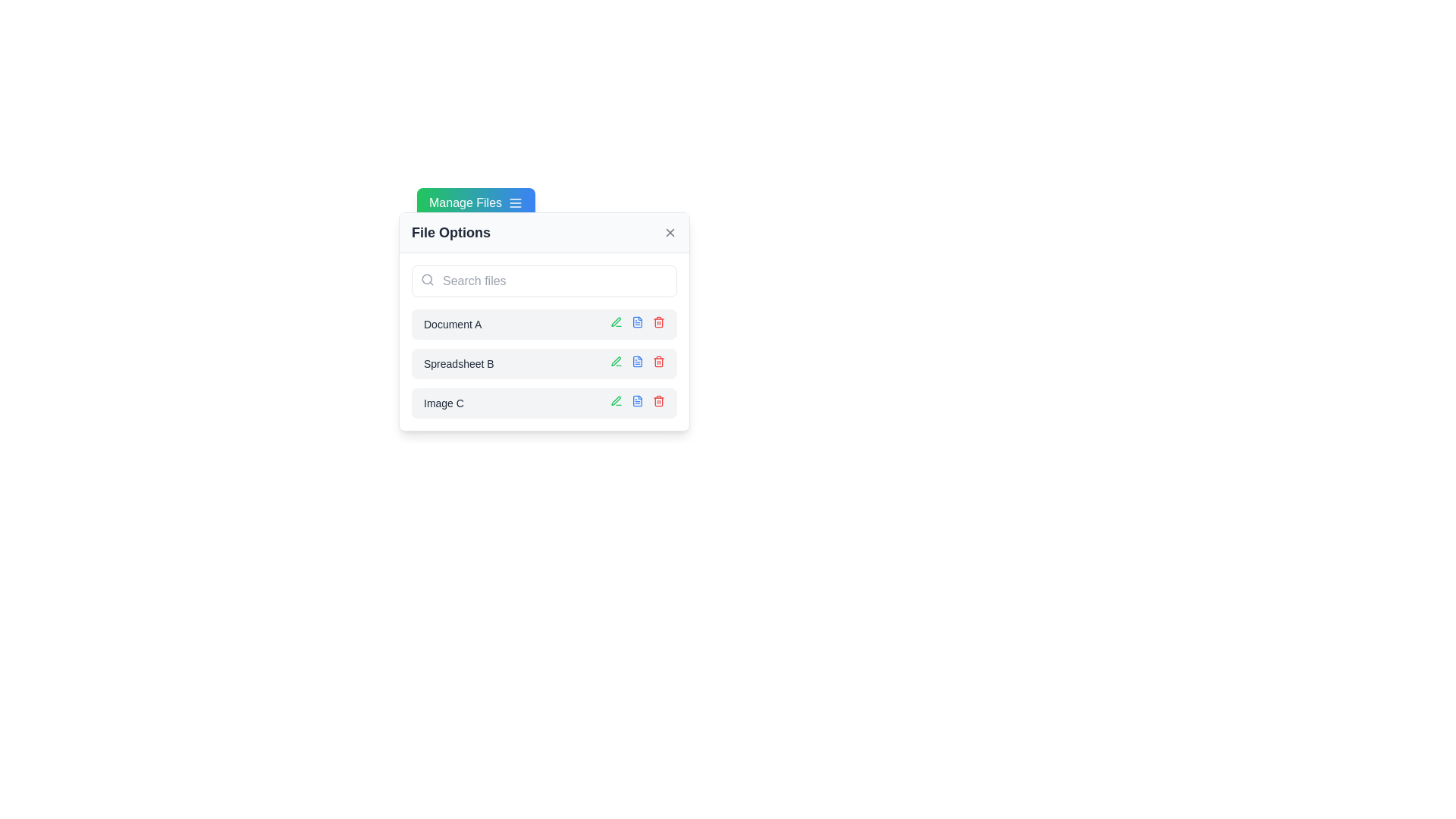  I want to click on the blue icon button representing a file or document, so click(637, 321).